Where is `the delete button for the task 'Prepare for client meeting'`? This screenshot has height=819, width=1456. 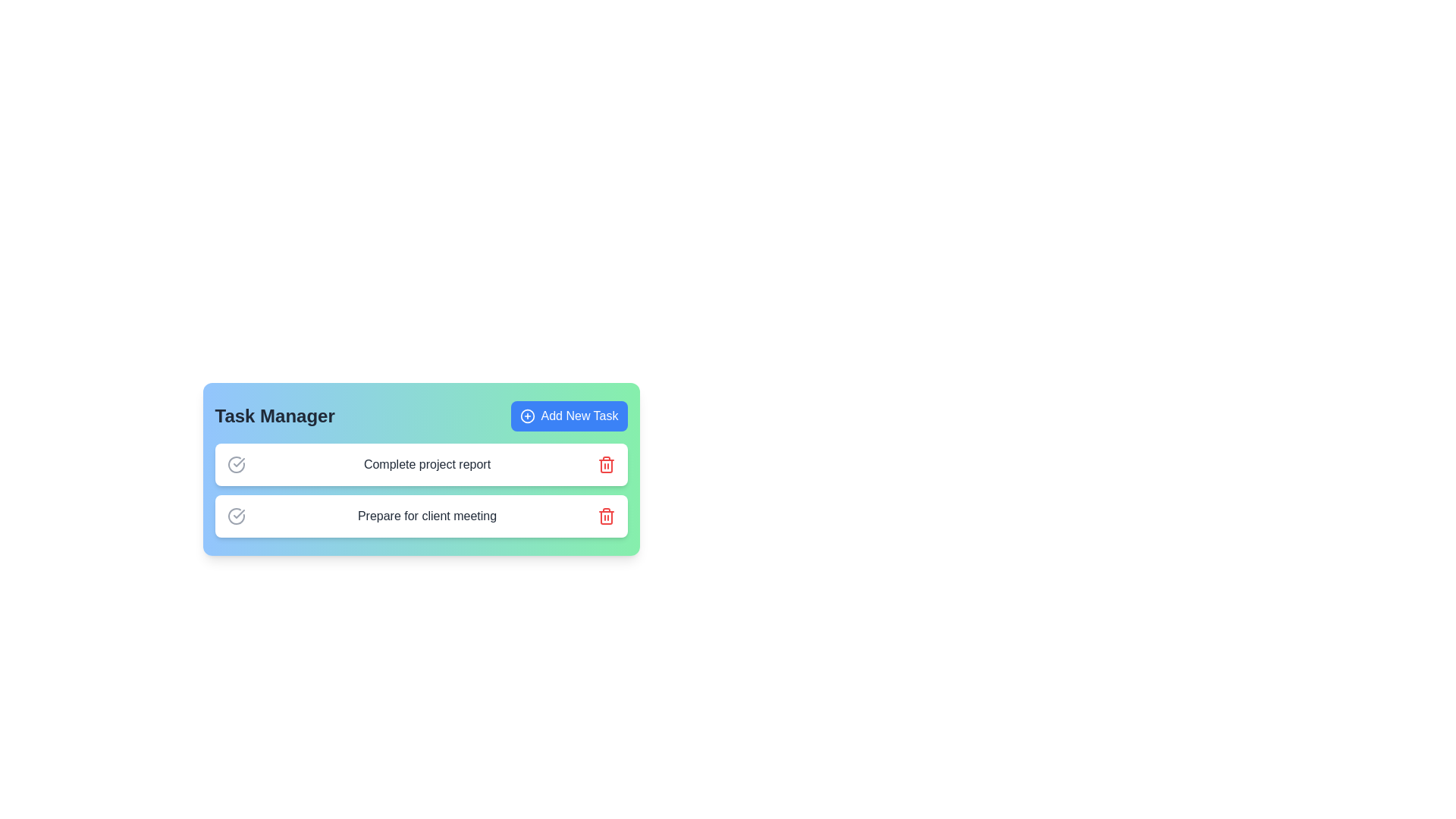 the delete button for the task 'Prepare for client meeting' is located at coordinates (605, 516).